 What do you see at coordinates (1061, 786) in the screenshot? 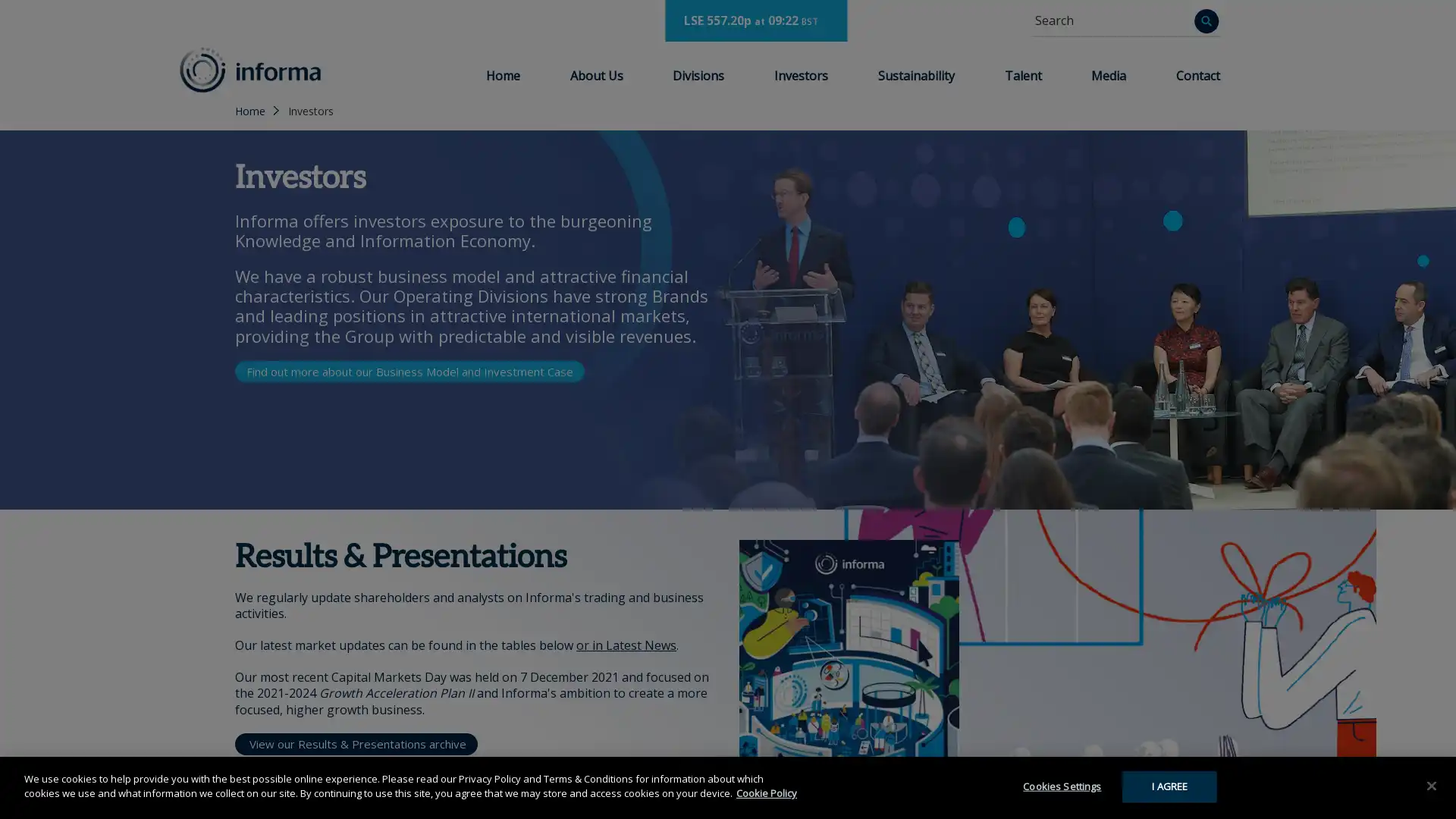
I see `Cookies Settings` at bounding box center [1061, 786].